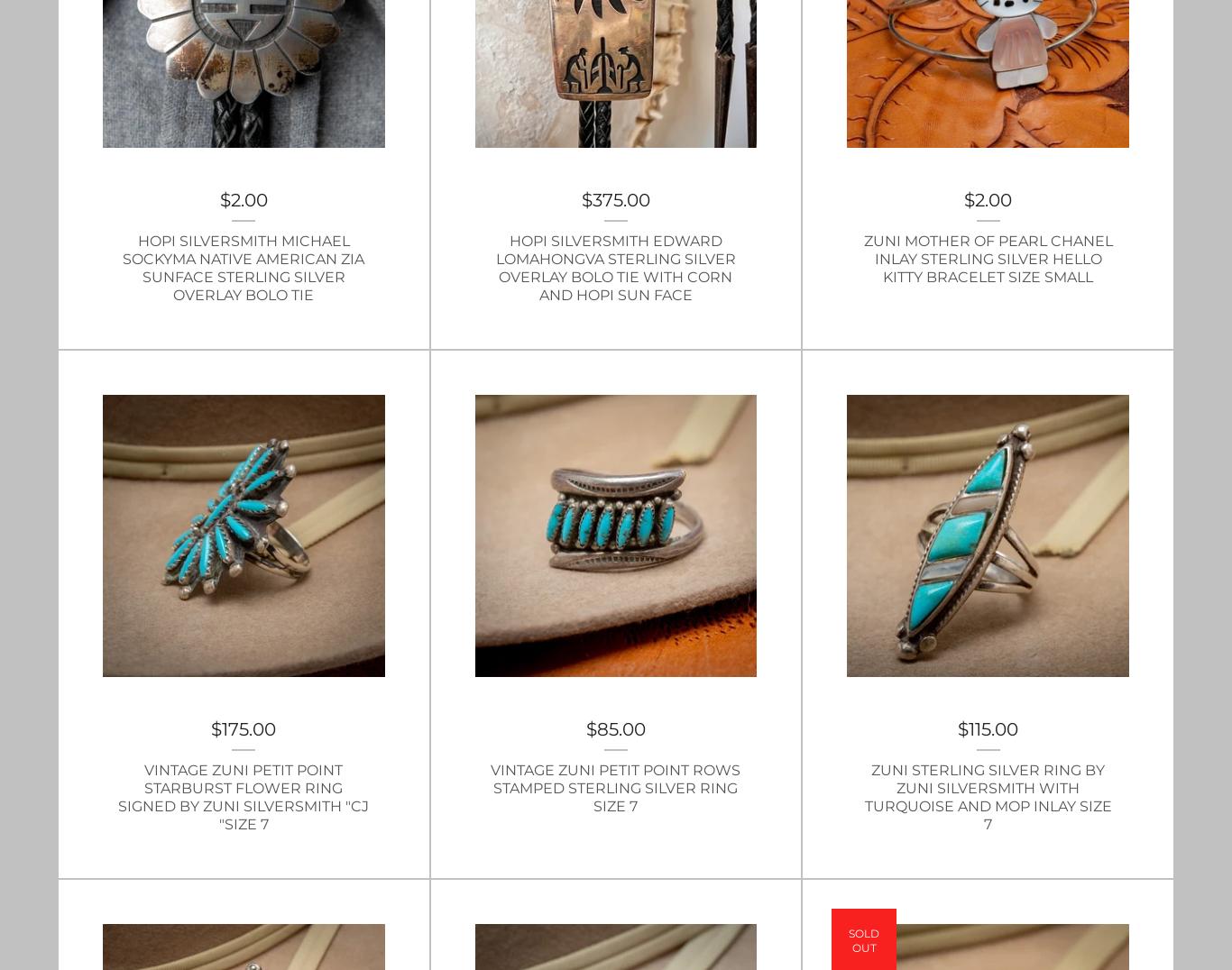  What do you see at coordinates (244, 266) in the screenshot?
I see `'Hopi Silversmith Michael Sockyma Native American Zia Sunface Sterling Silver Overlay Bolo Tie'` at bounding box center [244, 266].